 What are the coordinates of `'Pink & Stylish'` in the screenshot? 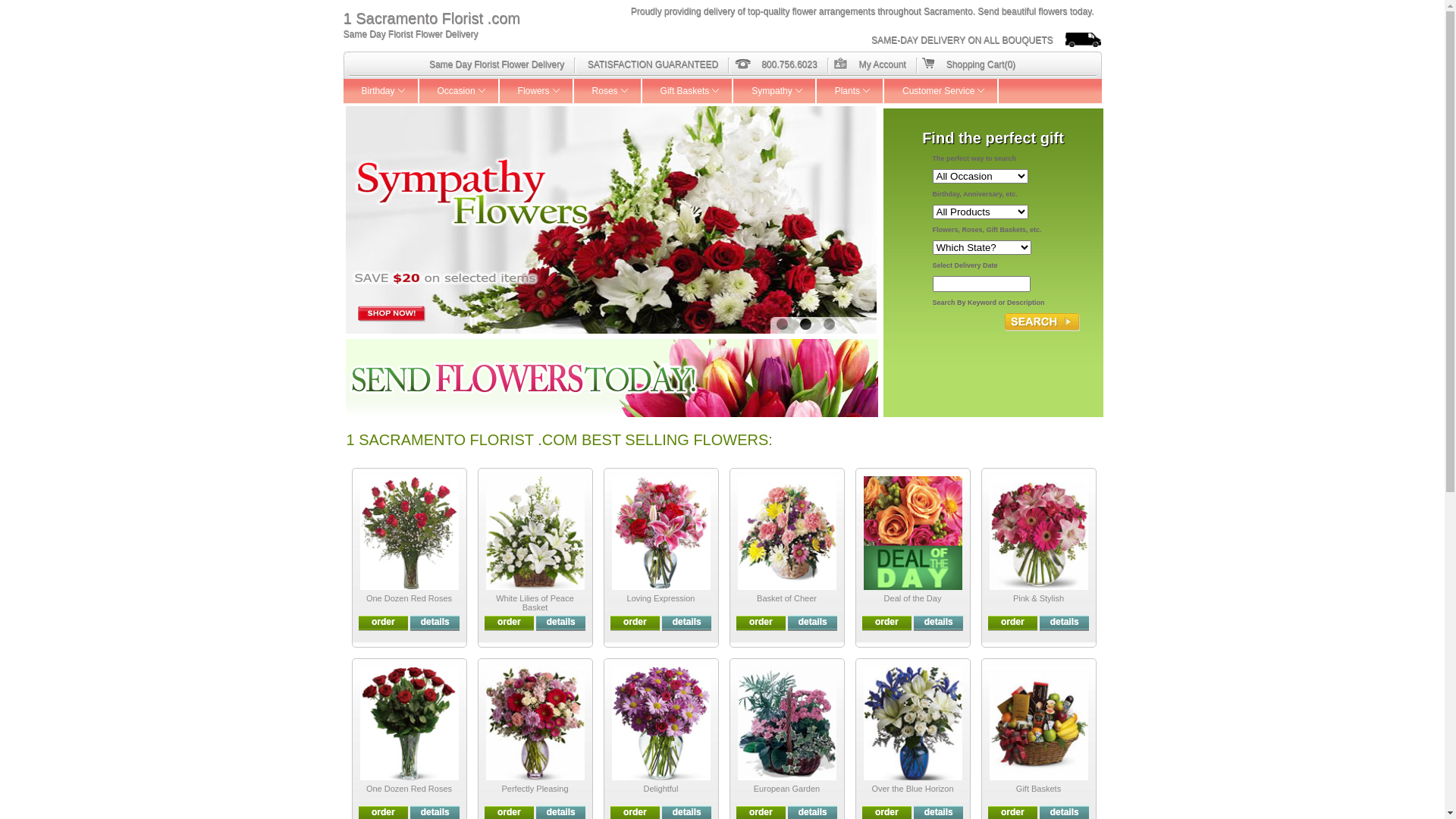 It's located at (1012, 598).